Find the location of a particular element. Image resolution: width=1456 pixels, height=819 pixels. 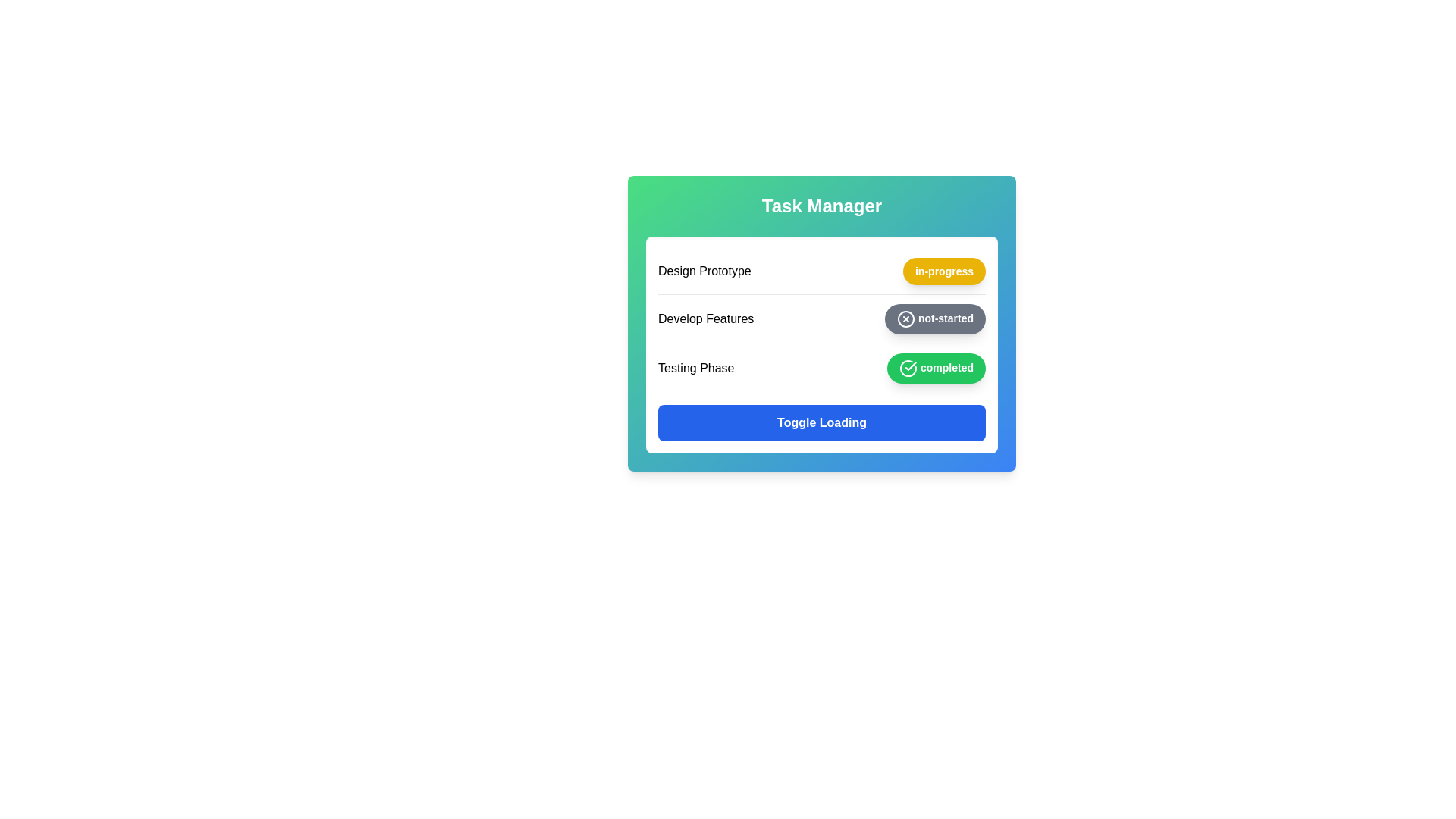

the checkmark icon within the circular background of the 'completed' status label in the task manager interface is located at coordinates (910, 366).